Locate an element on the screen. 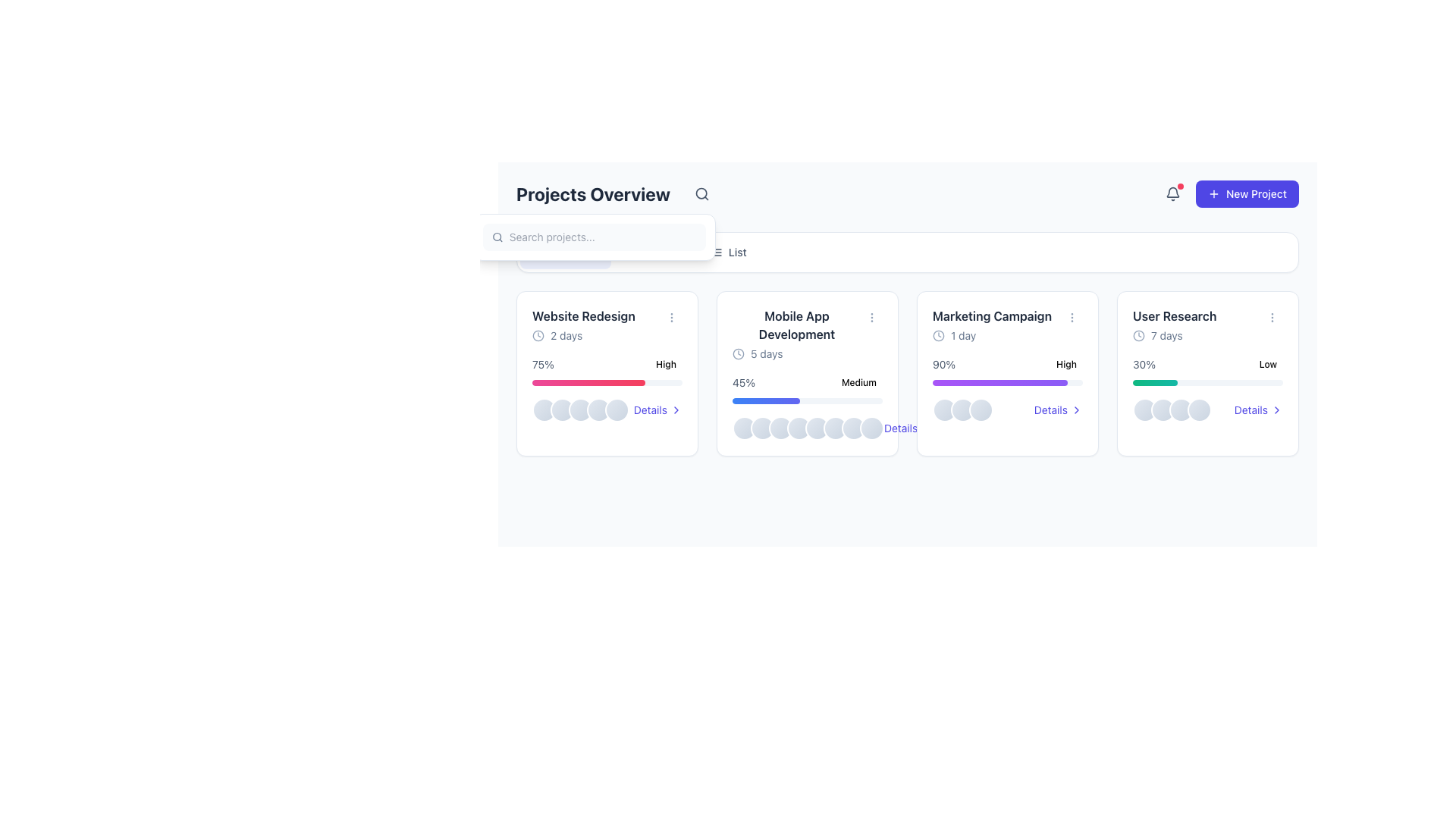 This screenshot has height=819, width=1456. the Progress indicator element, which is a compact, horizontally long rectangle with rounded ends and a gradient from blue to indigo, located within the progress bar of the 'Mobile App Development' card is located at coordinates (766, 400).